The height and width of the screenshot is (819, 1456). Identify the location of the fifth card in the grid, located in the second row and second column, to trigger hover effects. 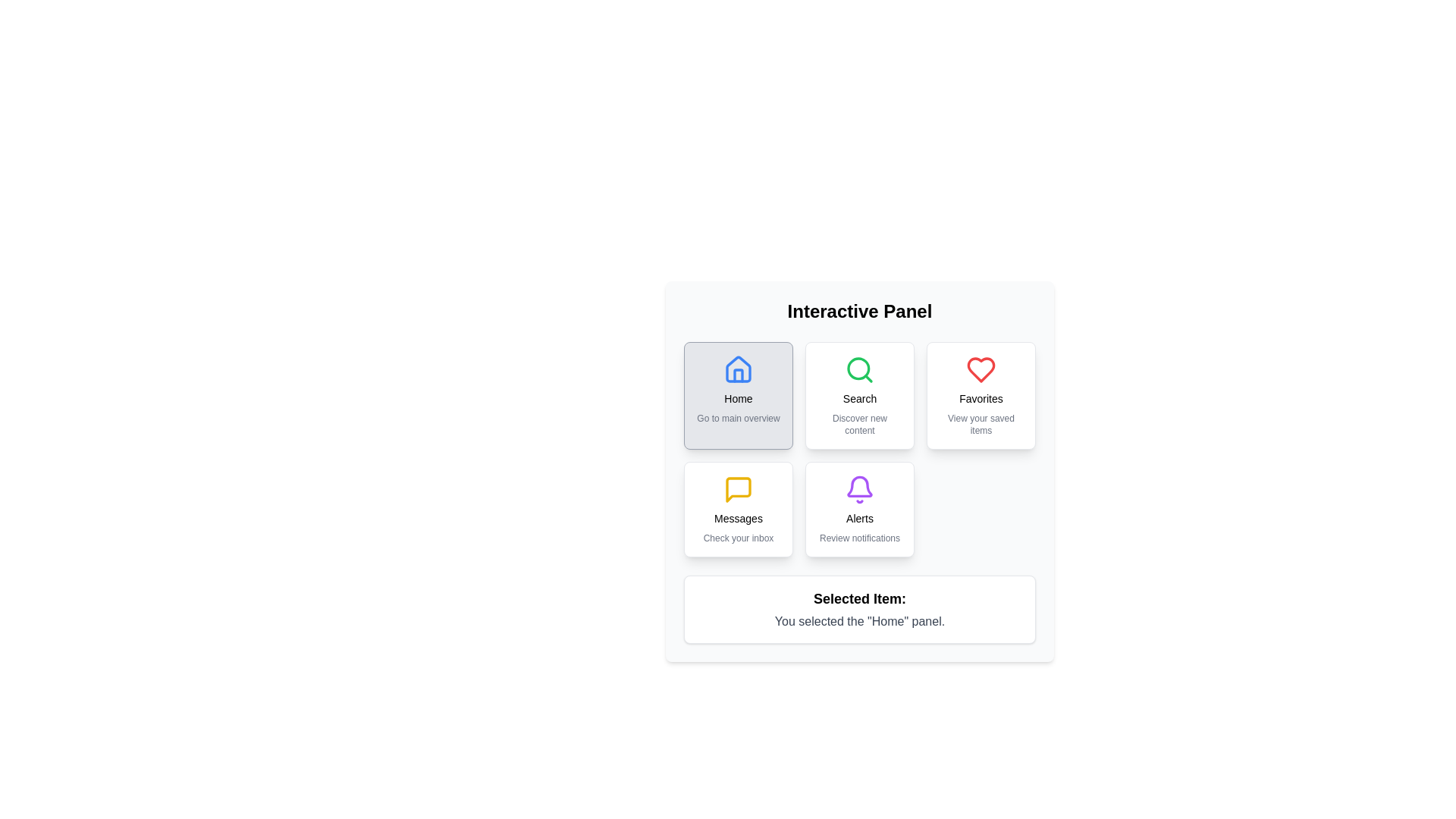
(859, 509).